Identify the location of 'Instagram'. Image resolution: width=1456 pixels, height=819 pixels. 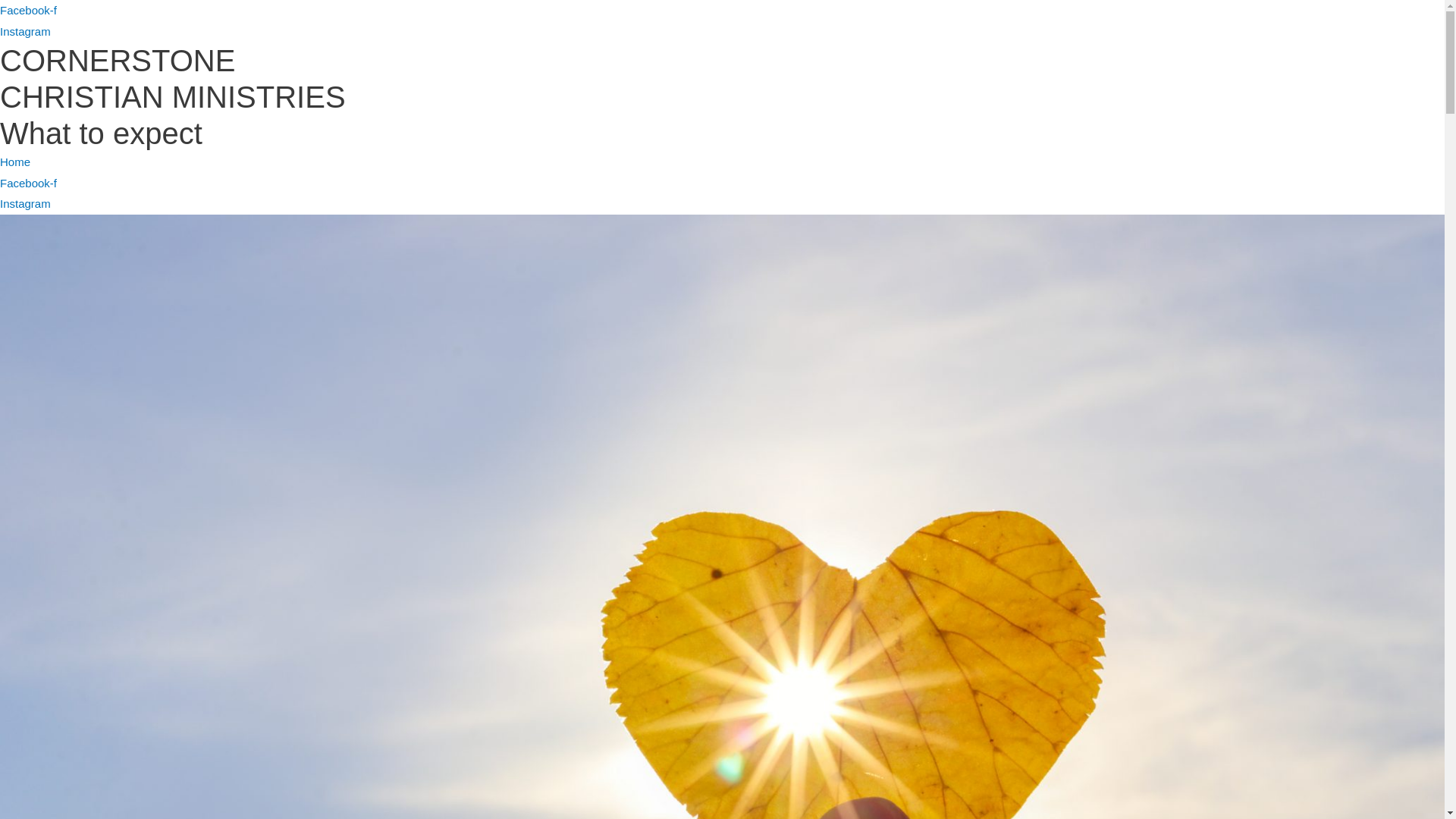
(25, 31).